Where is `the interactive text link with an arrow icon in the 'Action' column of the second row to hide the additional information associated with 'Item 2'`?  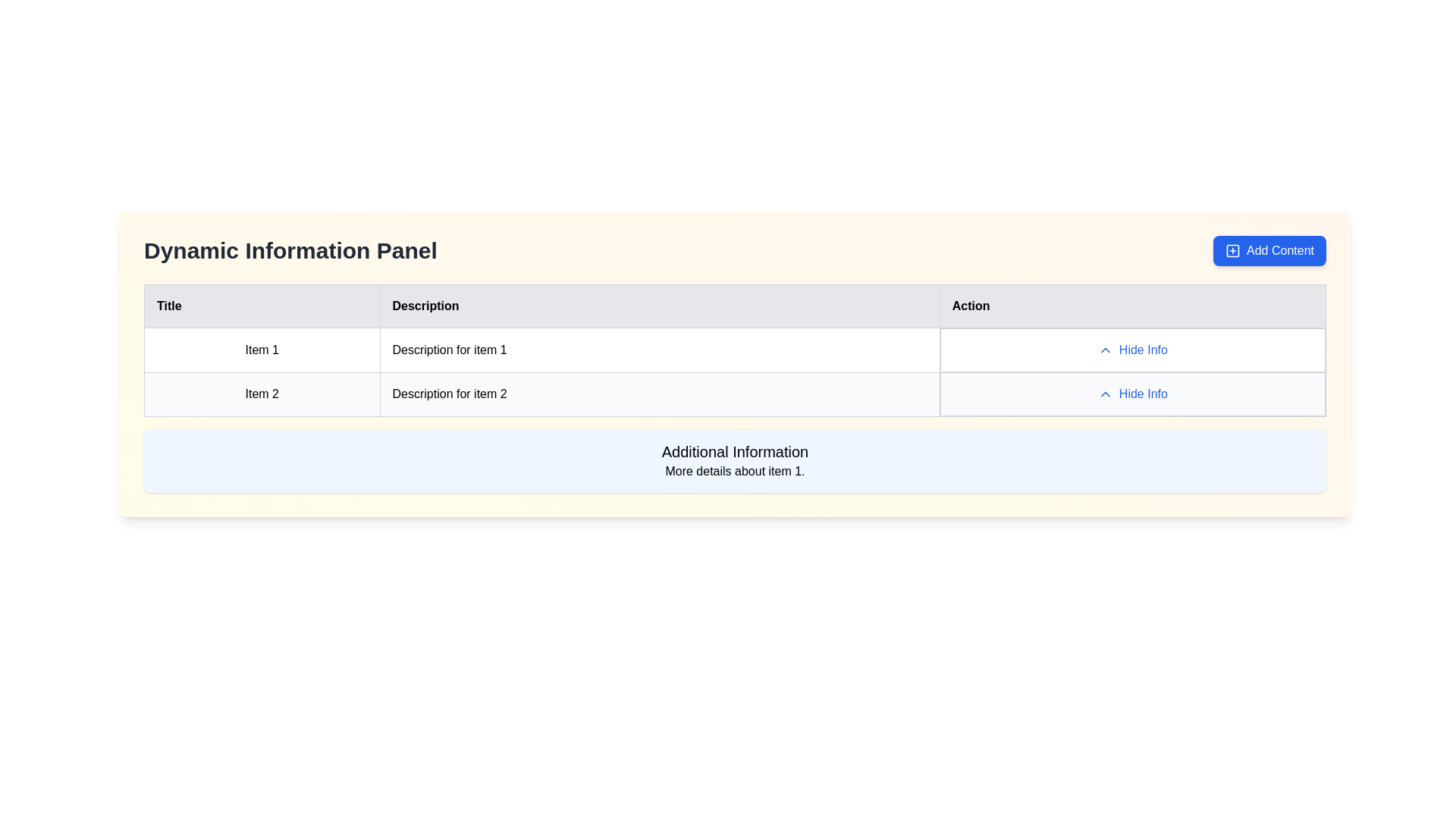 the interactive text link with an arrow icon in the 'Action' column of the second row to hide the additional information associated with 'Item 2' is located at coordinates (1132, 394).